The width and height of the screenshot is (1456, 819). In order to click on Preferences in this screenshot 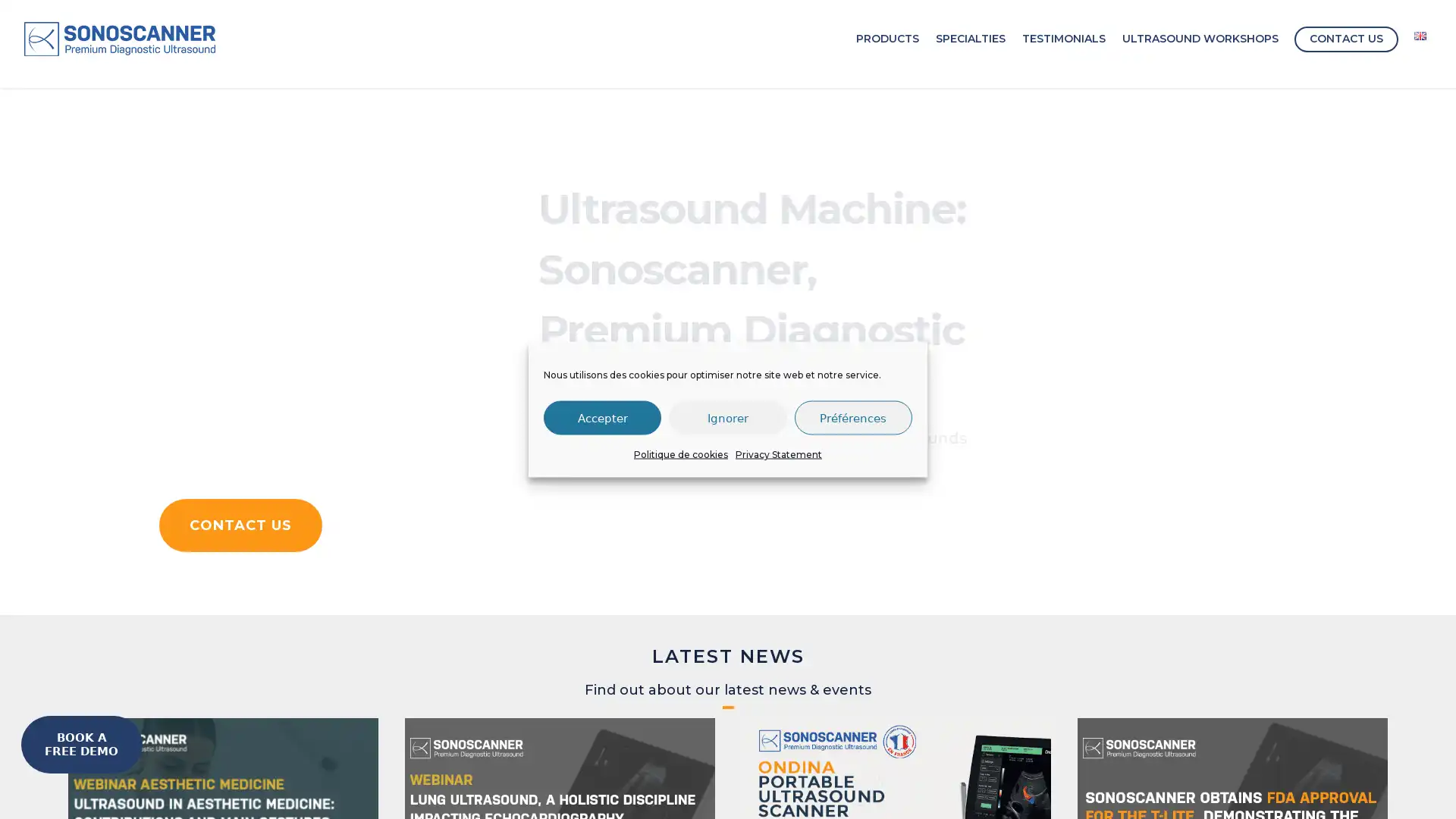, I will do `click(852, 417)`.